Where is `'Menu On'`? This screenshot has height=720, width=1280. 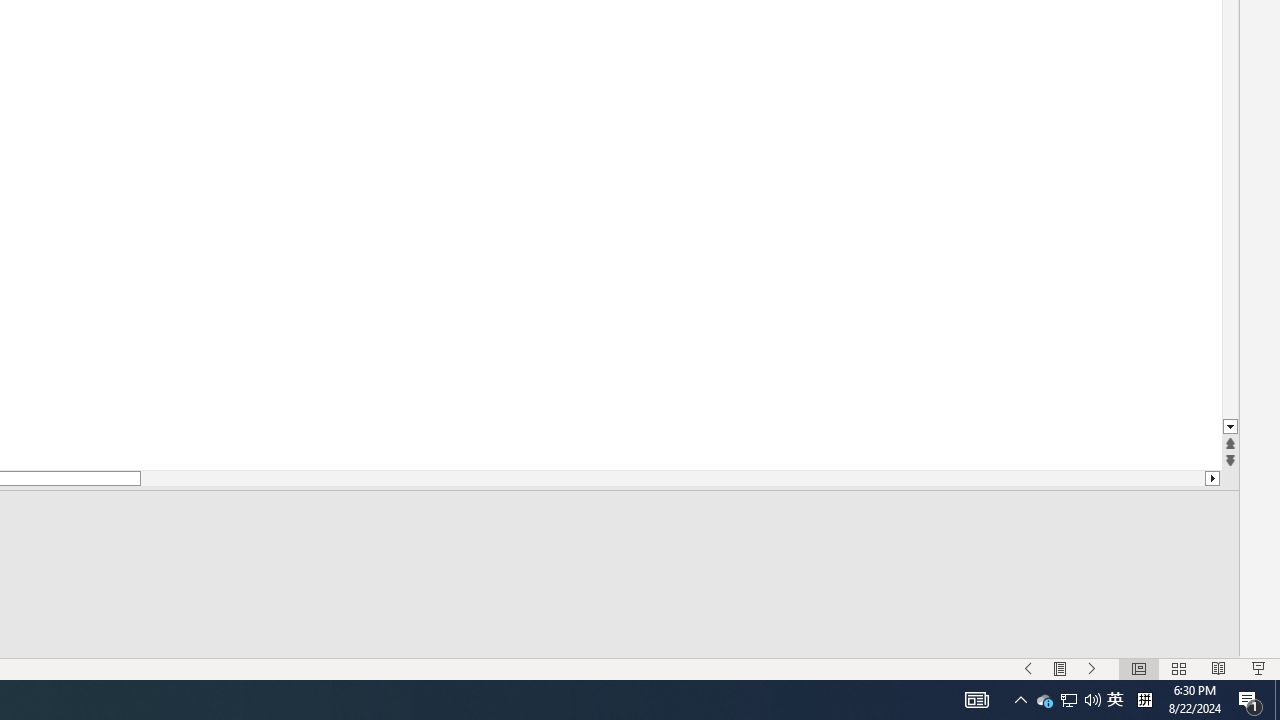 'Menu On' is located at coordinates (1059, 669).